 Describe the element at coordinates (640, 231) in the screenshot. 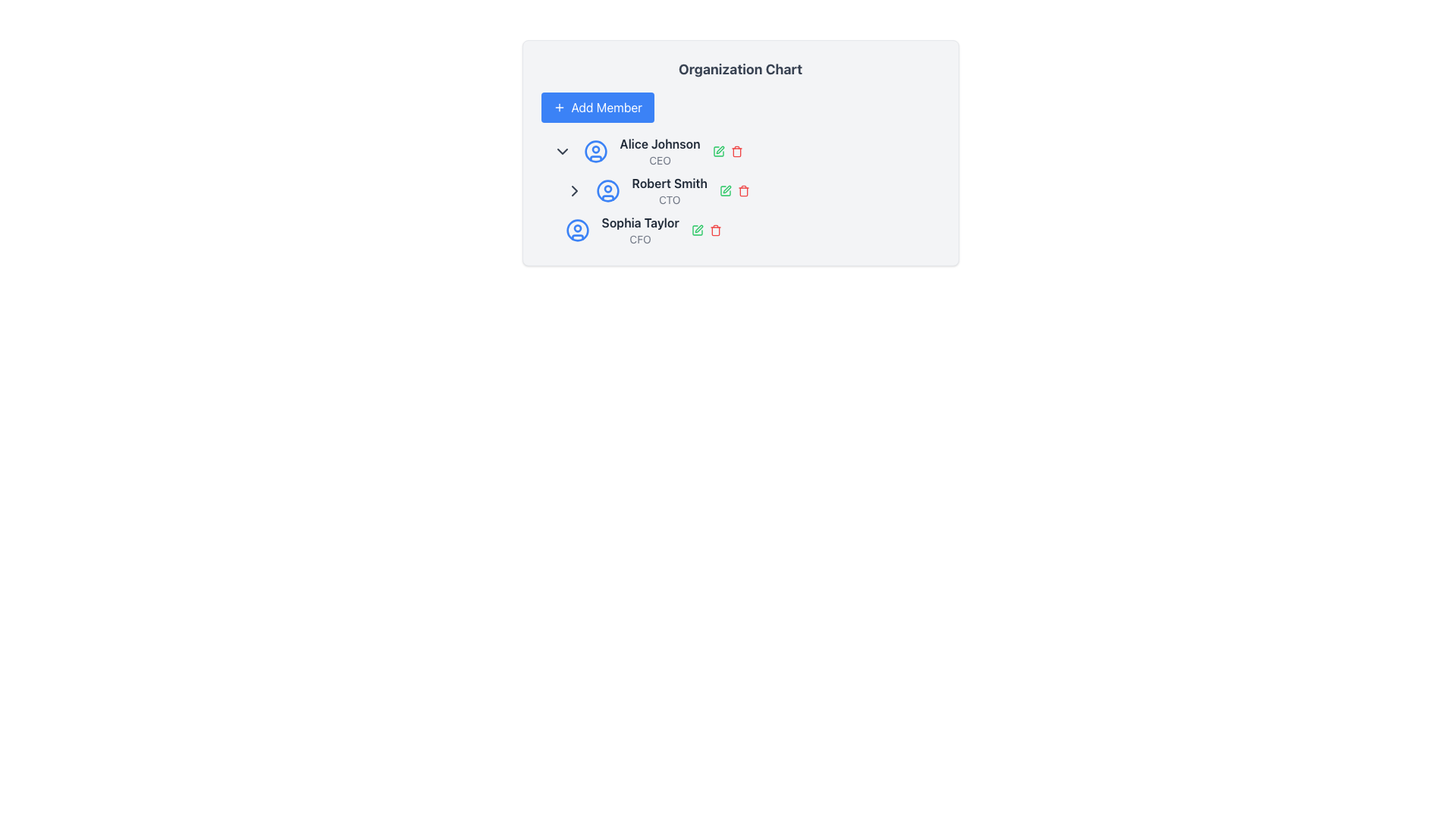

I see `text of the label displaying the name and designation of the individual in the organizational chart, which is the third entry below 'Robert Smith'` at that location.